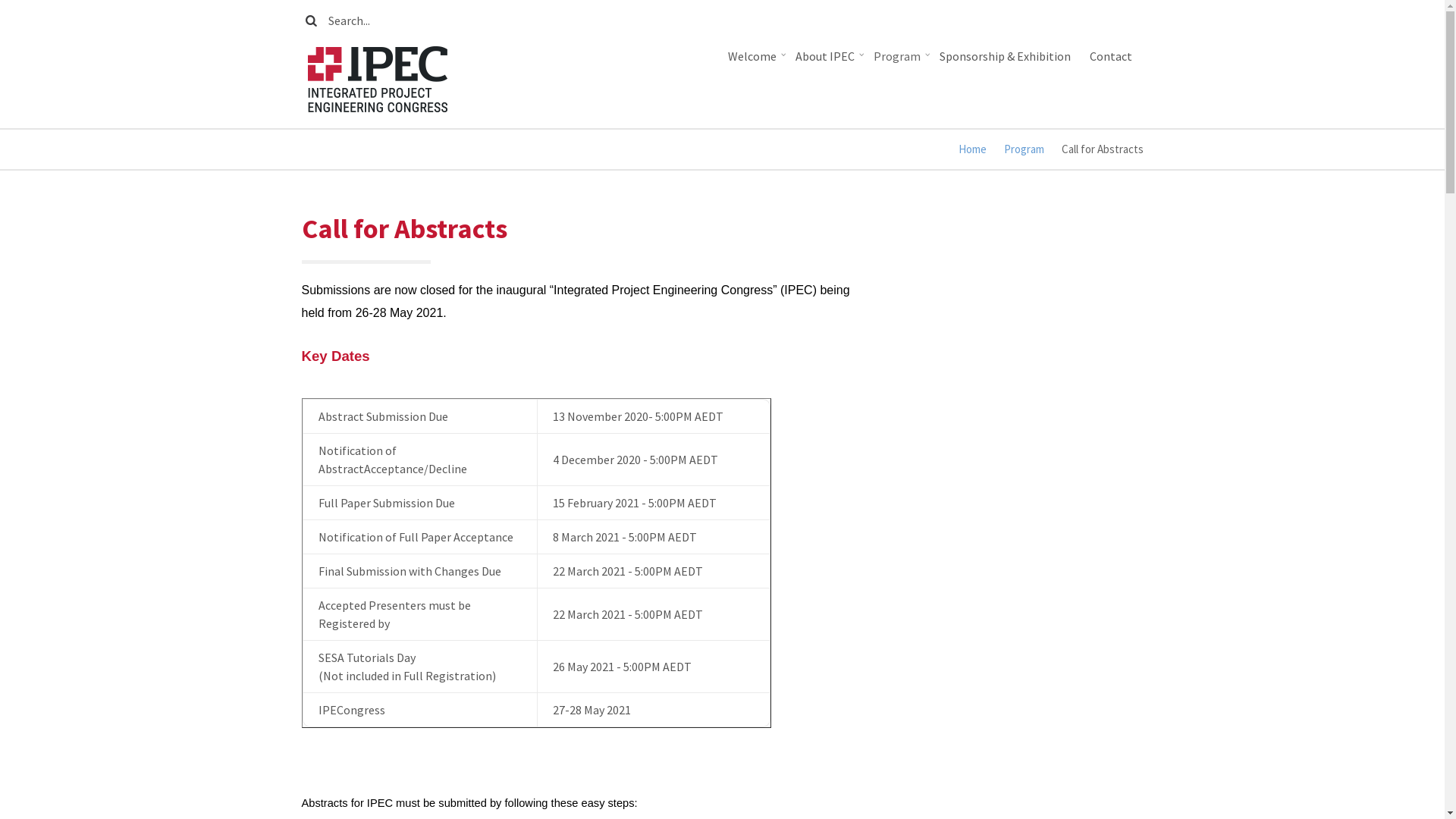  What do you see at coordinates (378, 77) in the screenshot?
I see `'Home'` at bounding box center [378, 77].